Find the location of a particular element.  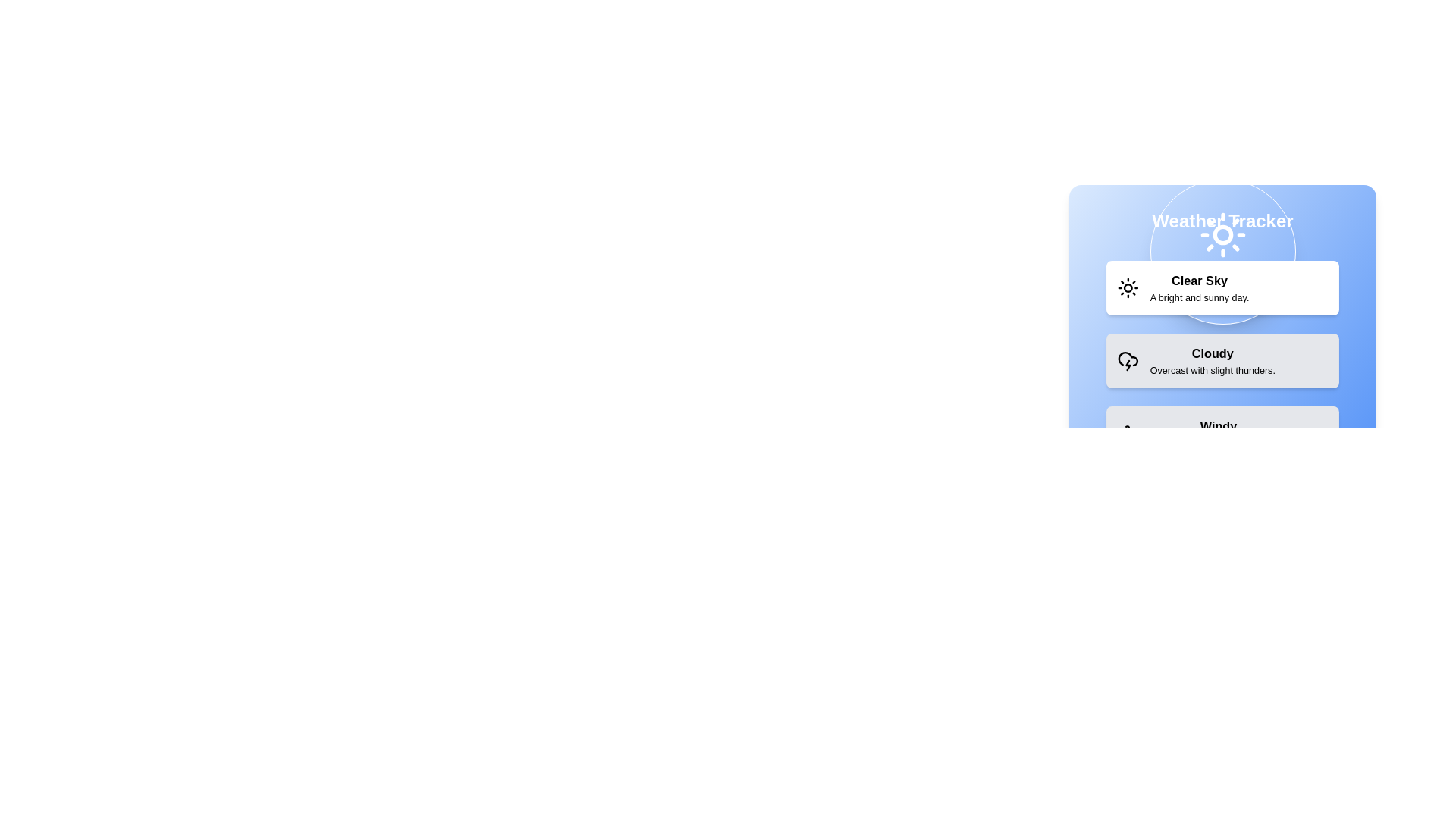

the 'Clear Sky' graphic icon element that visually represents the weather status is located at coordinates (1213, 222).